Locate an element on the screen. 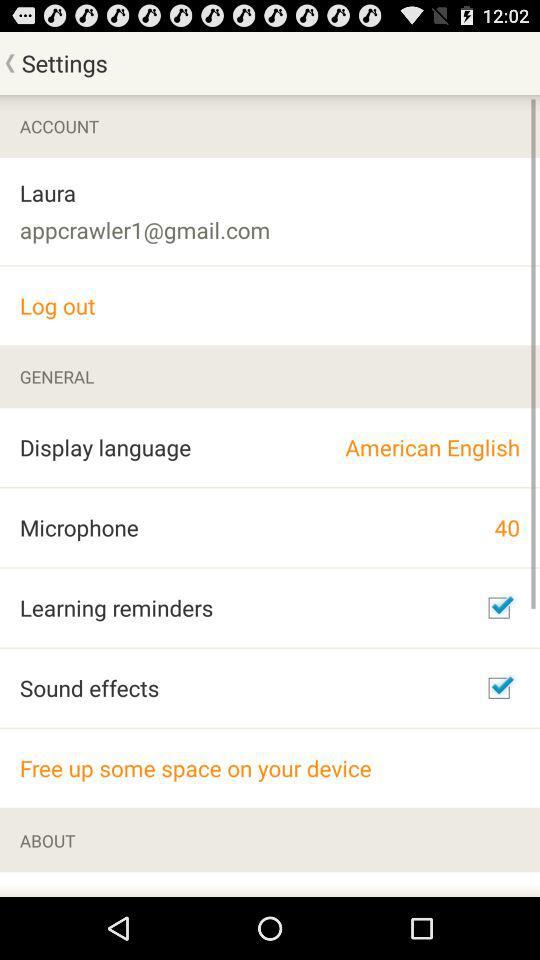  the icon below about is located at coordinates (109, 883).